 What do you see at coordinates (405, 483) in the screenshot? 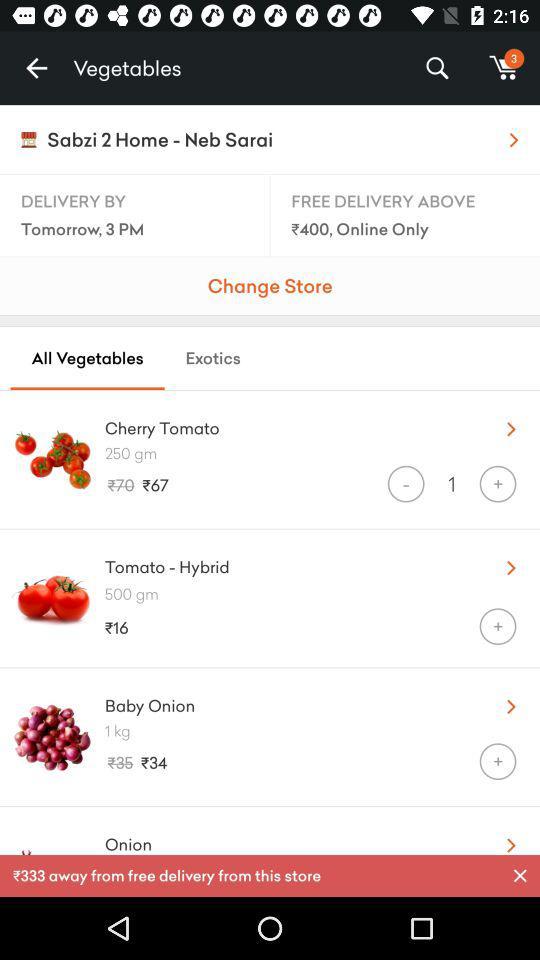
I see `item to the left of the 1` at bounding box center [405, 483].